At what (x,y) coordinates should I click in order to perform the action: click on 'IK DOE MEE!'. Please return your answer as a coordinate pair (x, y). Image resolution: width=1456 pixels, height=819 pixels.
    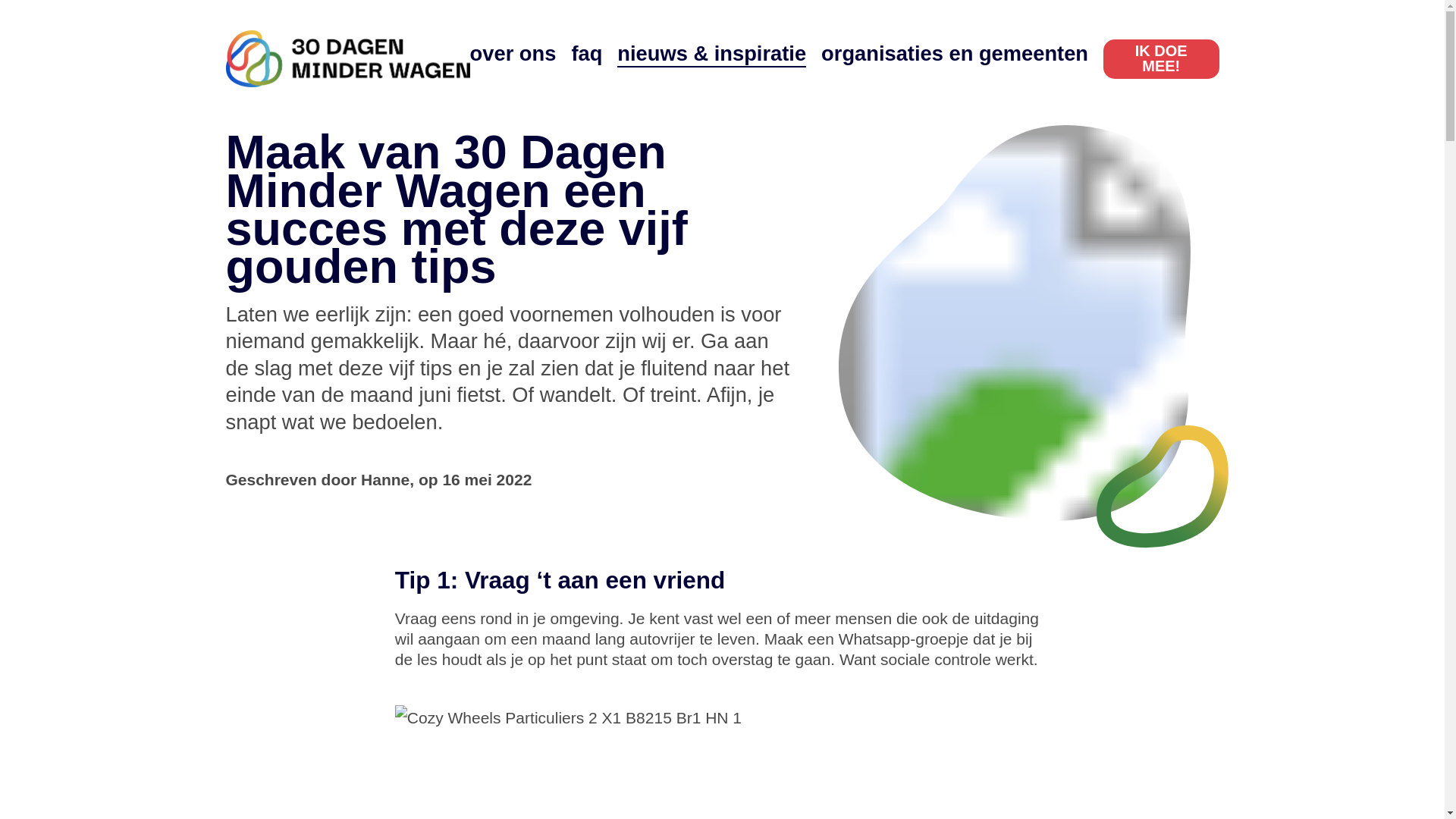
    Looking at the image, I should click on (1103, 58).